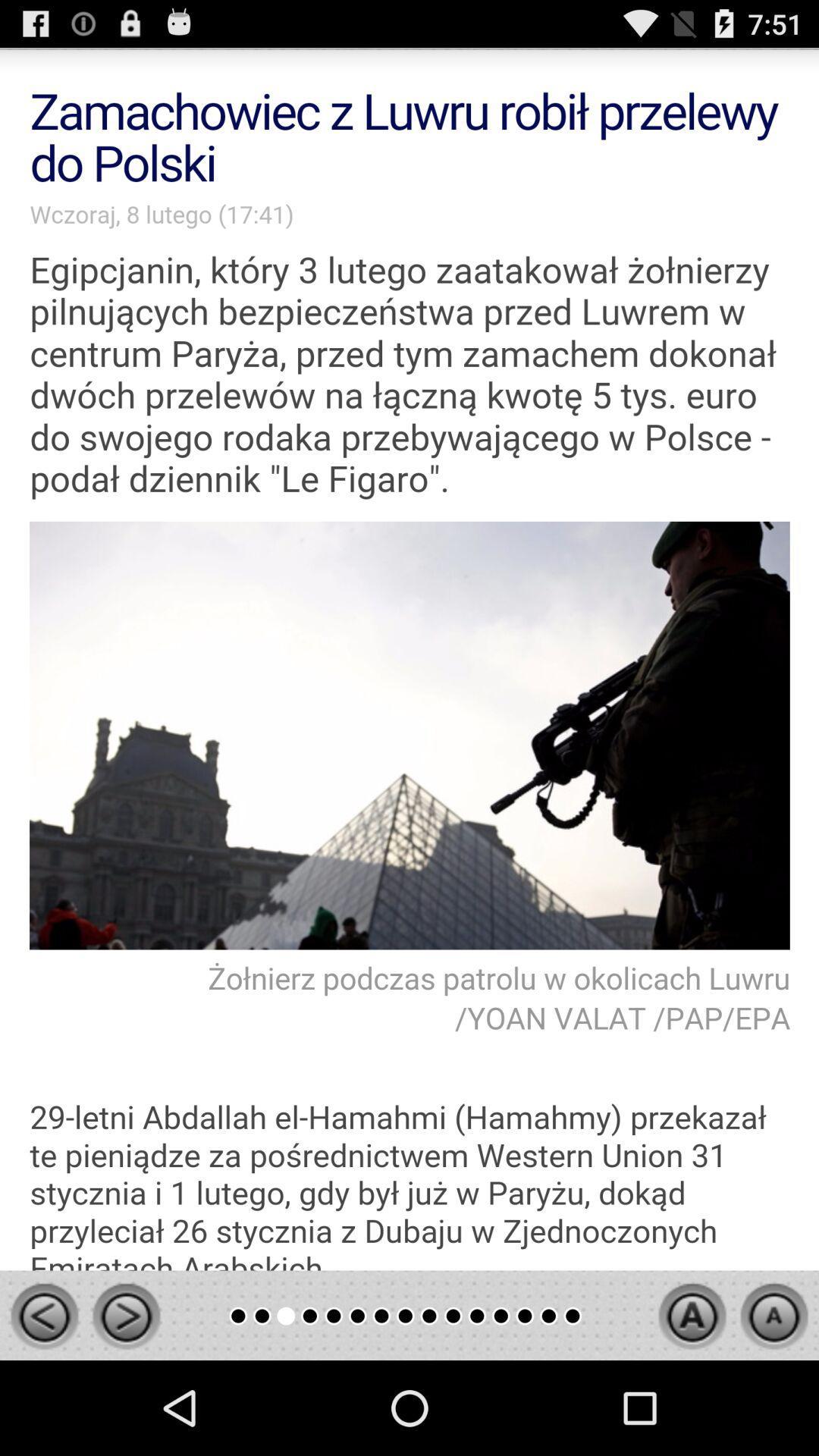 The width and height of the screenshot is (819, 1456). What do you see at coordinates (127, 1408) in the screenshot?
I see `the arrow_forward icon` at bounding box center [127, 1408].